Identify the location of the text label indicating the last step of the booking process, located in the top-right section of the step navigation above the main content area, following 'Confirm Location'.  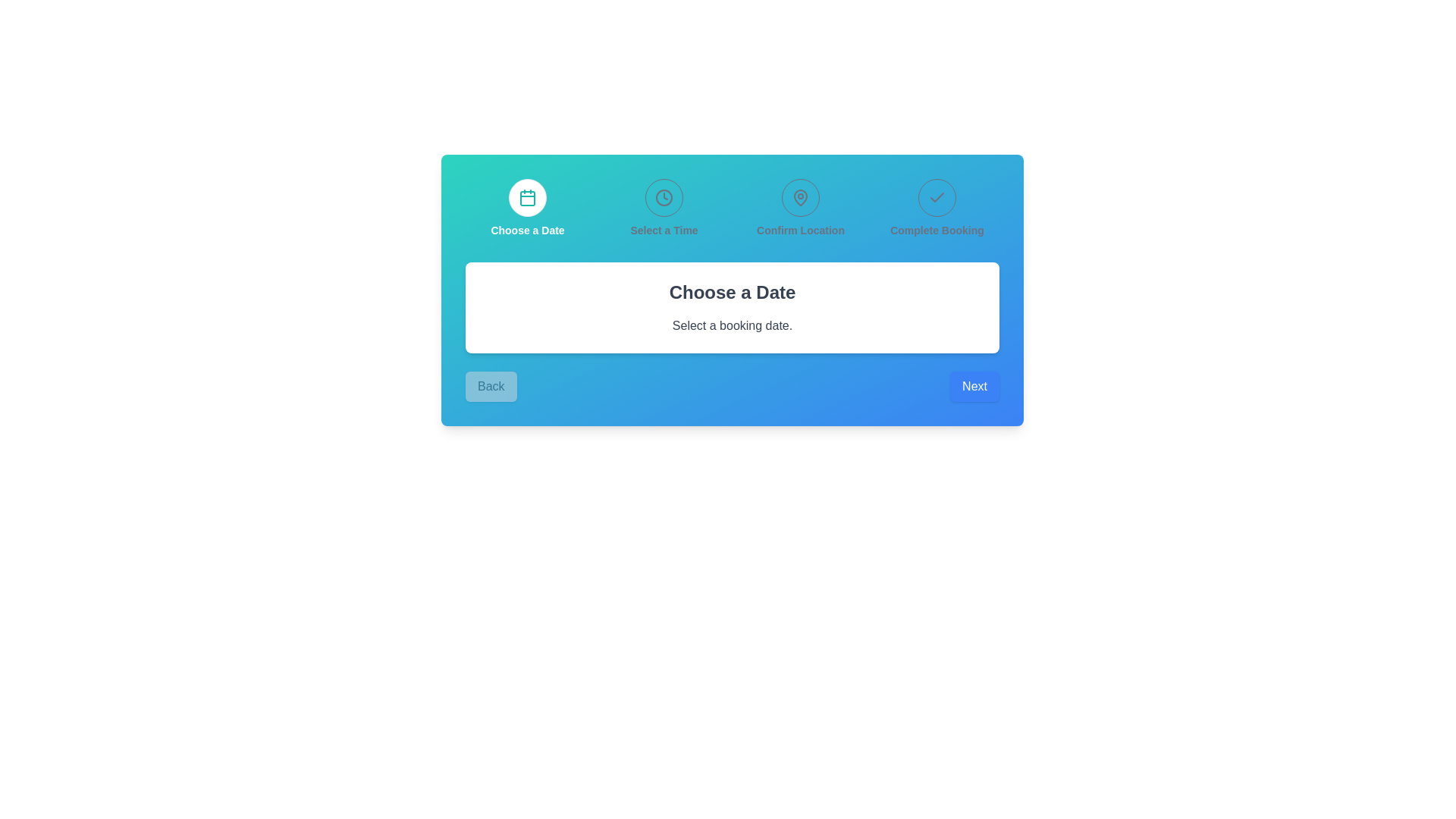
(936, 231).